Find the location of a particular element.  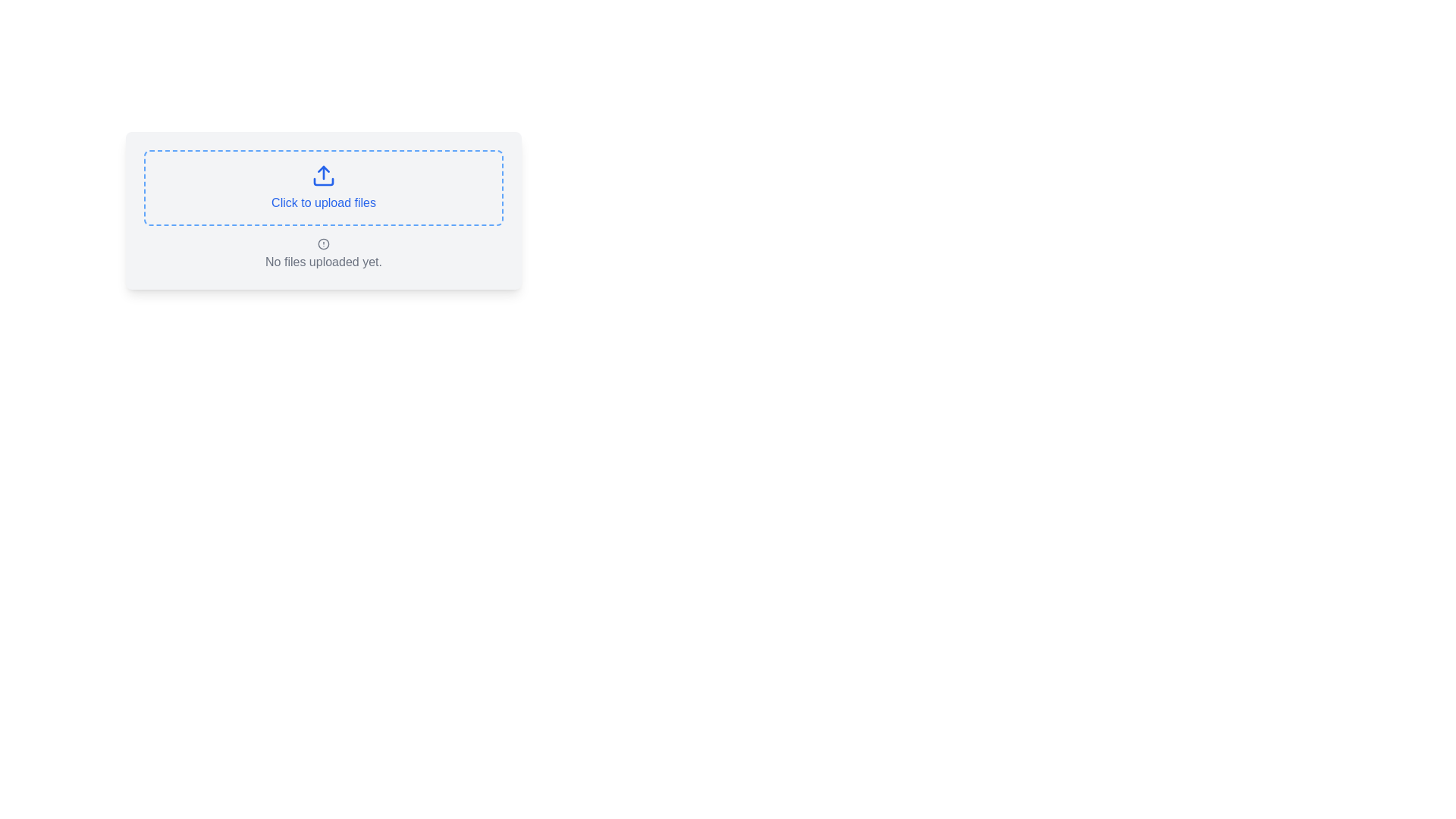

the interactive drop zone or button with a dashed blue border and a light grey background that features a blue upload icon and the text 'Click to upload files' to initiate file upload is located at coordinates (323, 187).